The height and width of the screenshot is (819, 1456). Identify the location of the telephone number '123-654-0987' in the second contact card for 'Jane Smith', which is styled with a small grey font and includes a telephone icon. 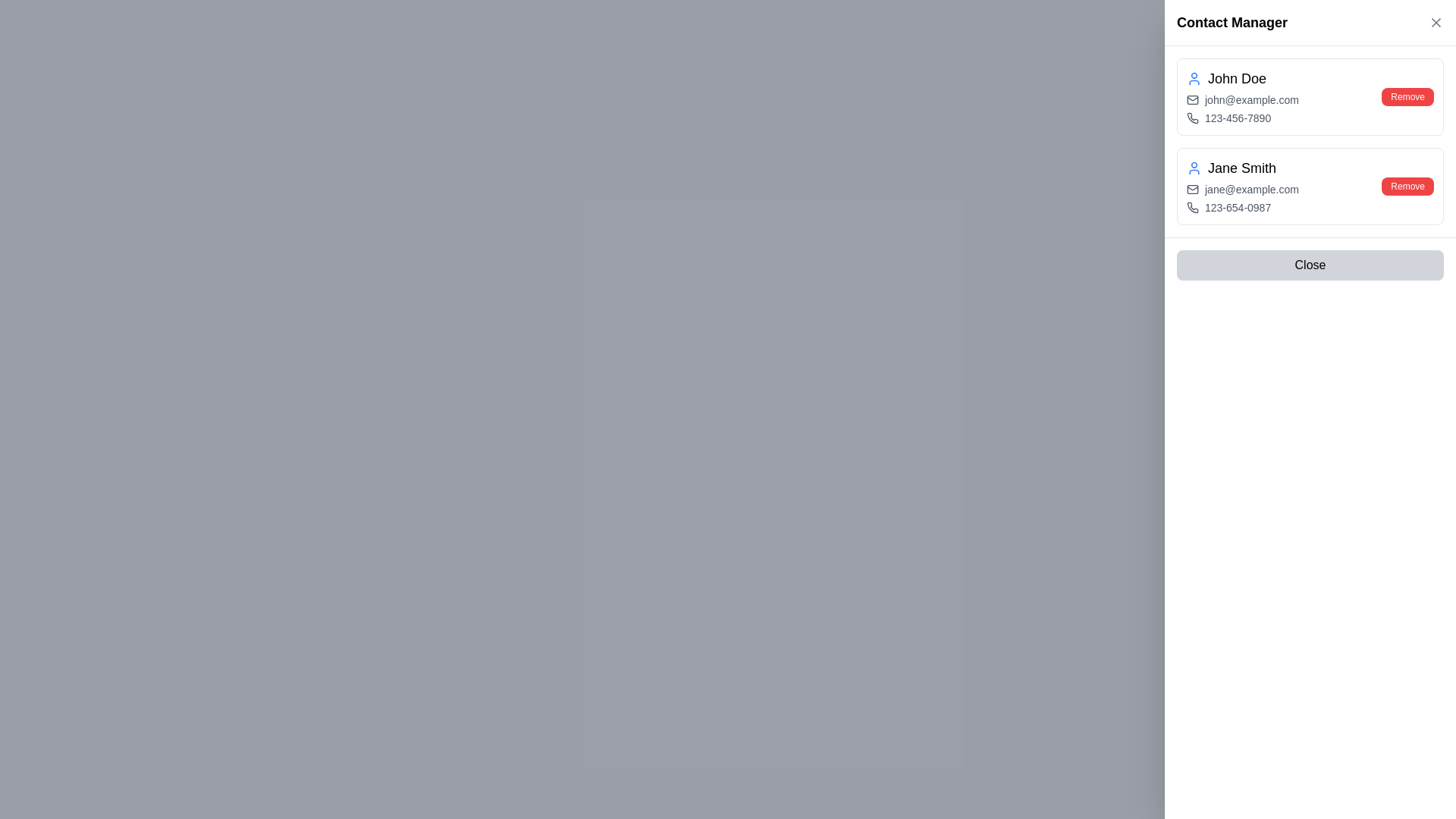
(1242, 207).